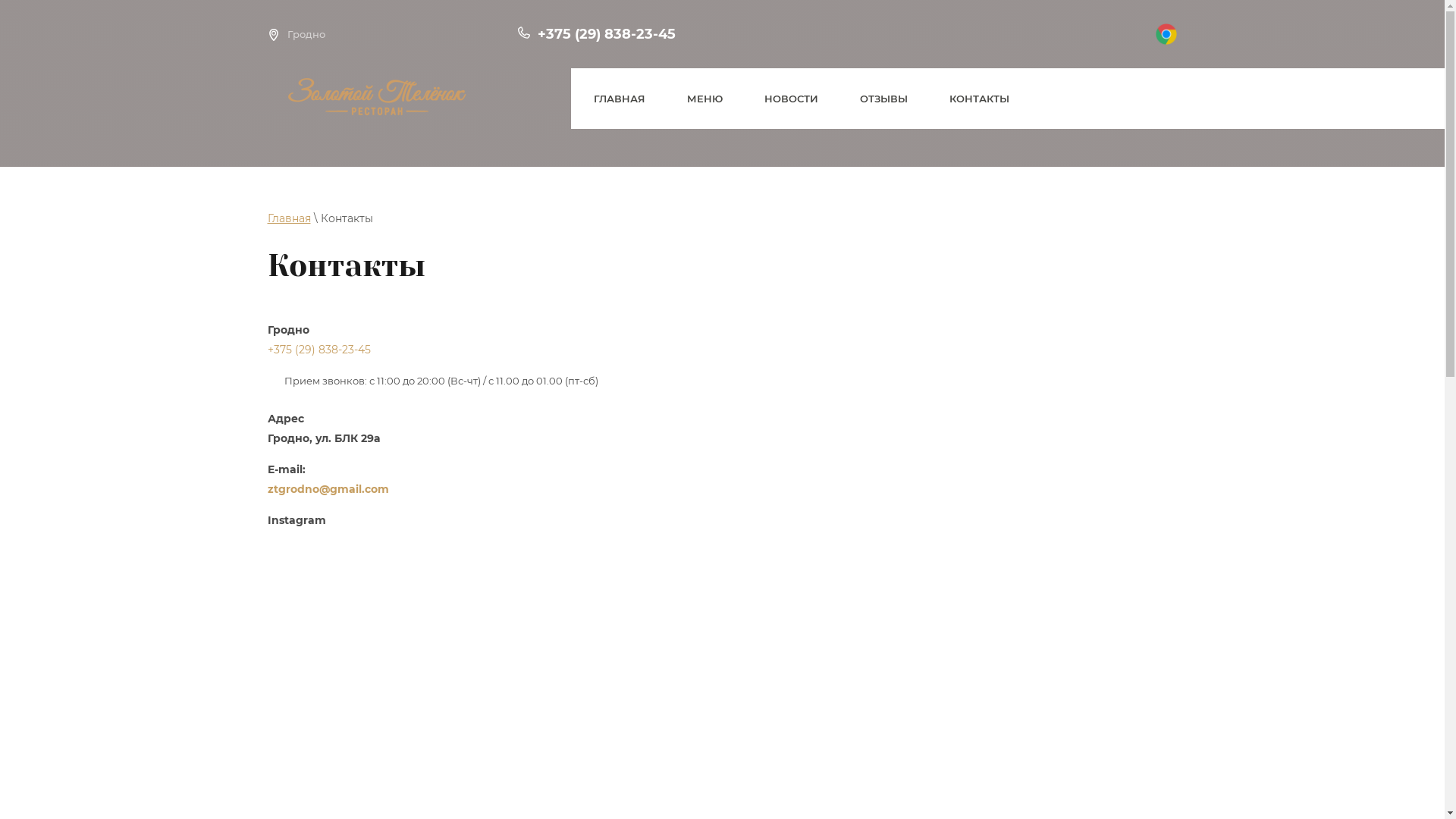 The image size is (1456, 819). What do you see at coordinates (266, 350) in the screenshot?
I see `'+375 (29) 838-23-45'` at bounding box center [266, 350].